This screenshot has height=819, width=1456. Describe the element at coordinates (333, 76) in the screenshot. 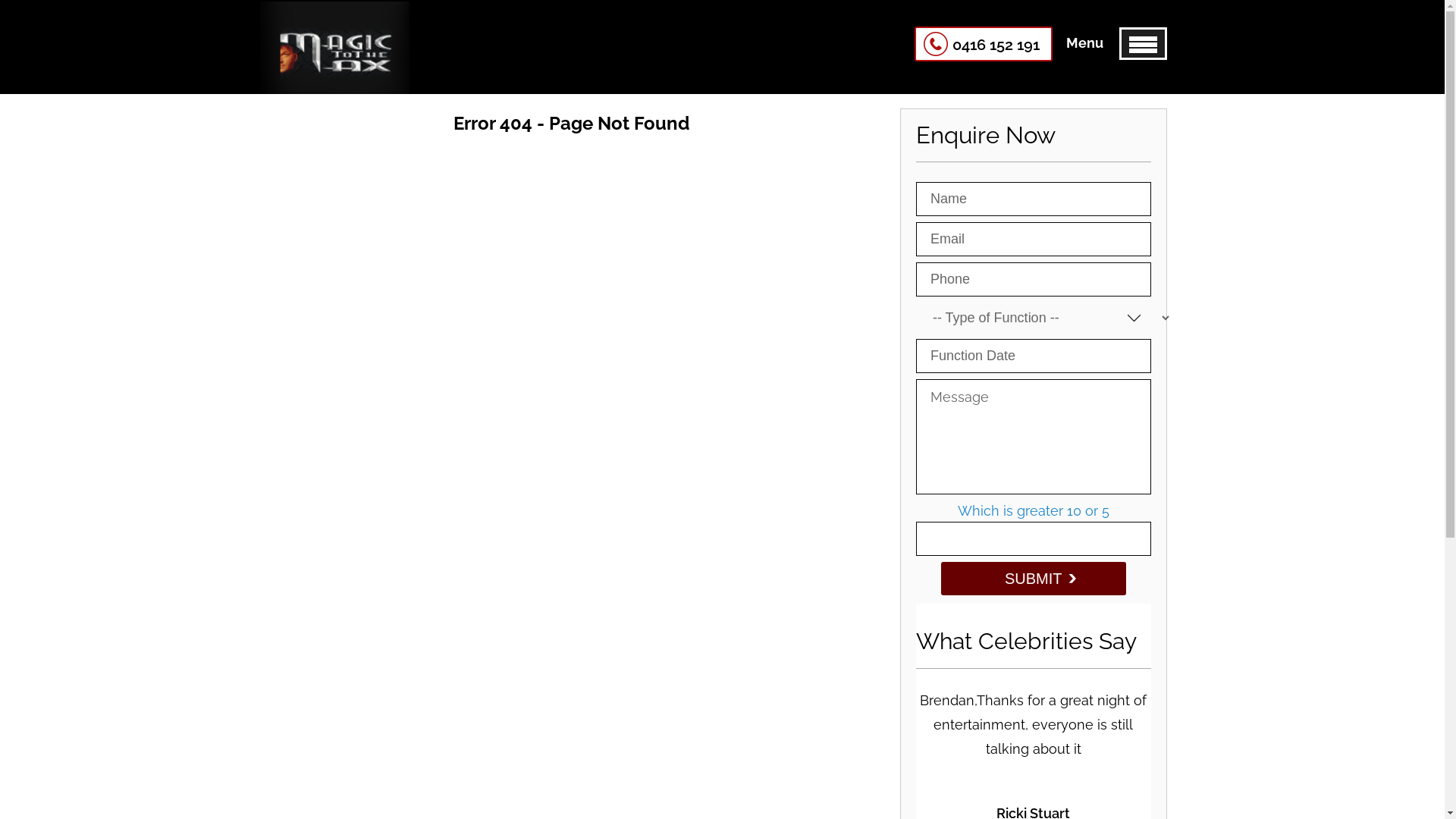

I see `'Magician Sydney'` at that location.